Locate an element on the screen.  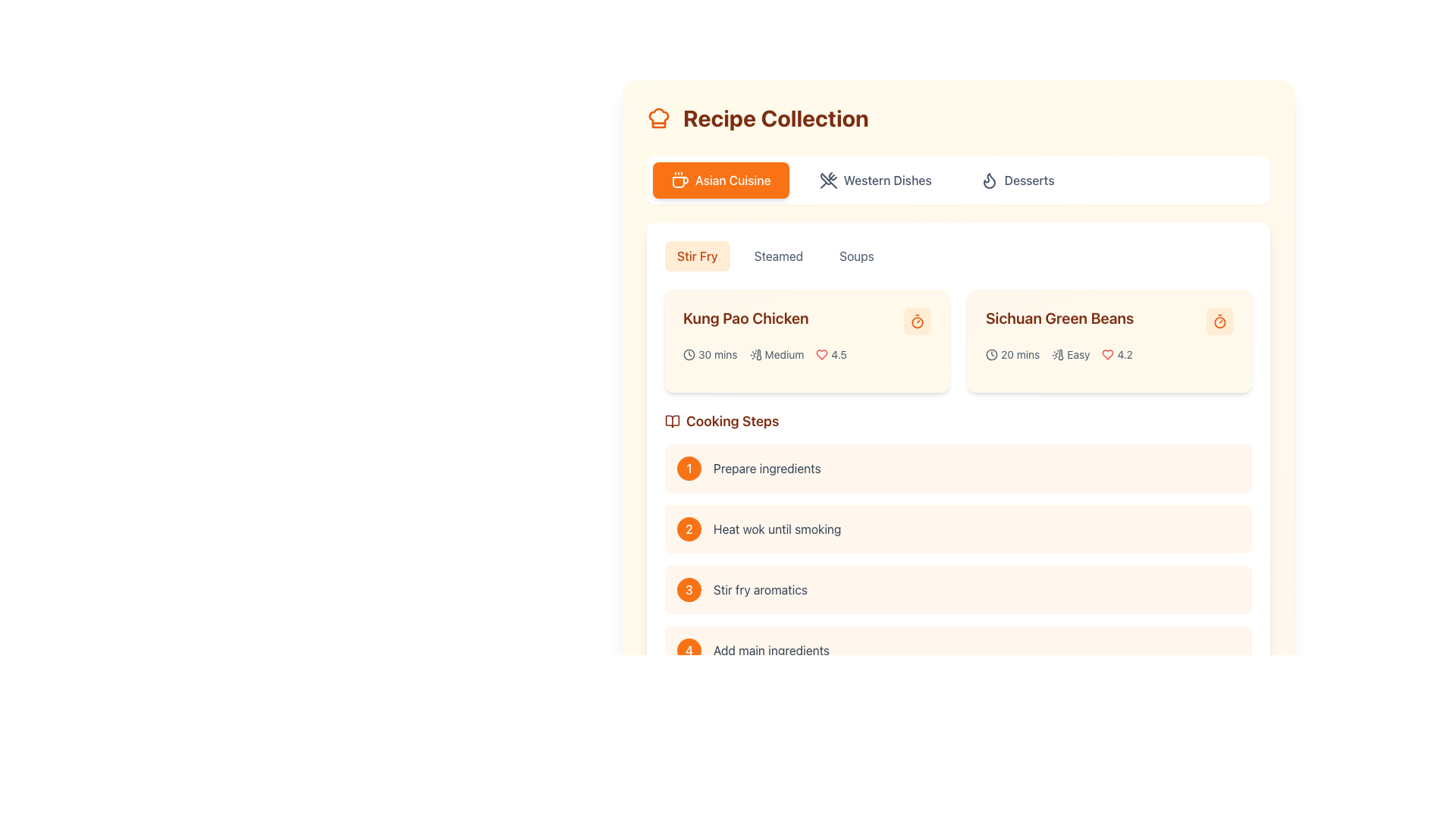
the rating element that combines a heart icon with a numerical score, located at the bottom right corner of the 'Kung Pao Chicken' information card is located at coordinates (830, 354).